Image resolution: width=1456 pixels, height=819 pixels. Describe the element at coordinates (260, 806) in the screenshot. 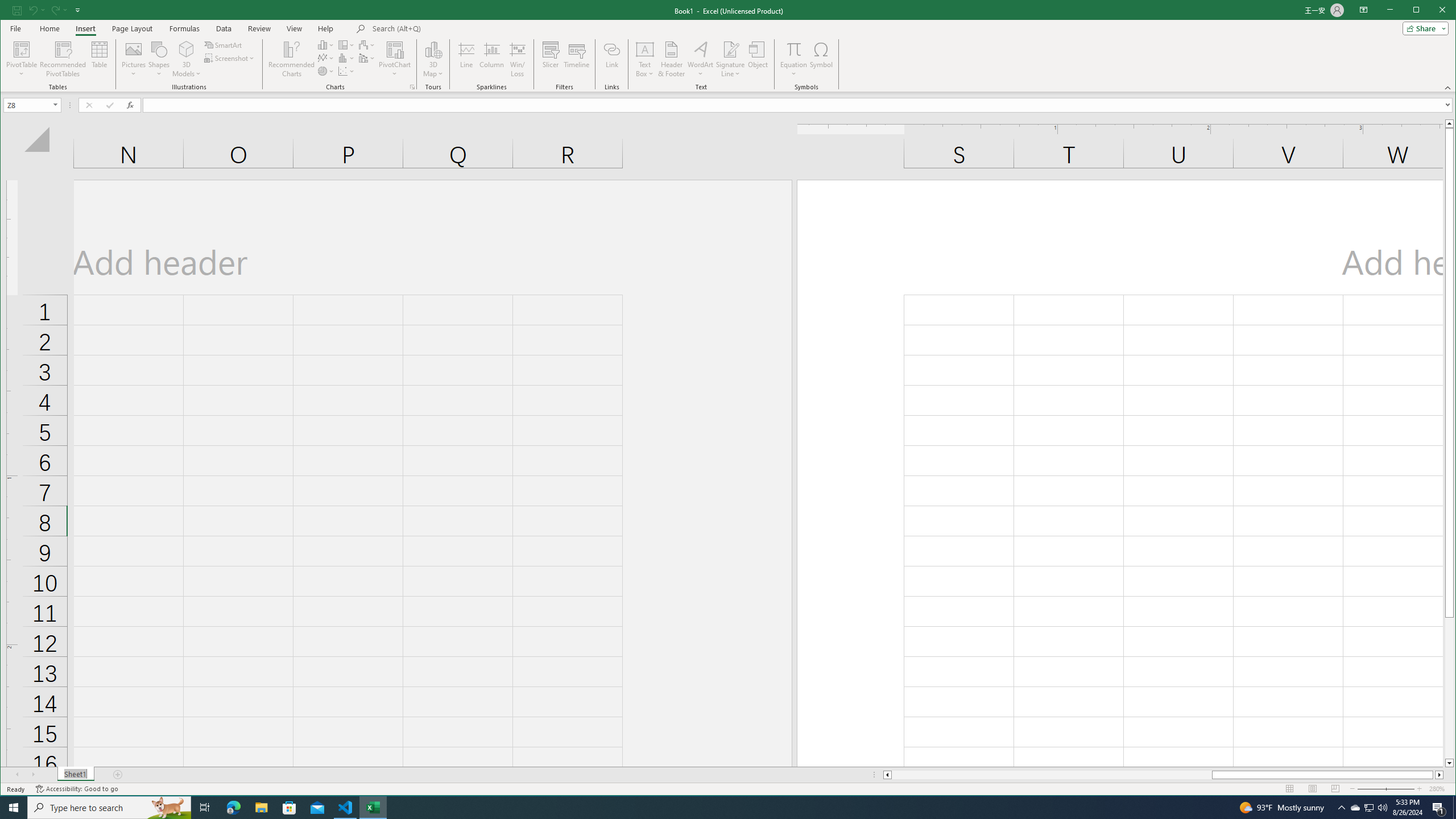

I see `'File Explorer'` at that location.